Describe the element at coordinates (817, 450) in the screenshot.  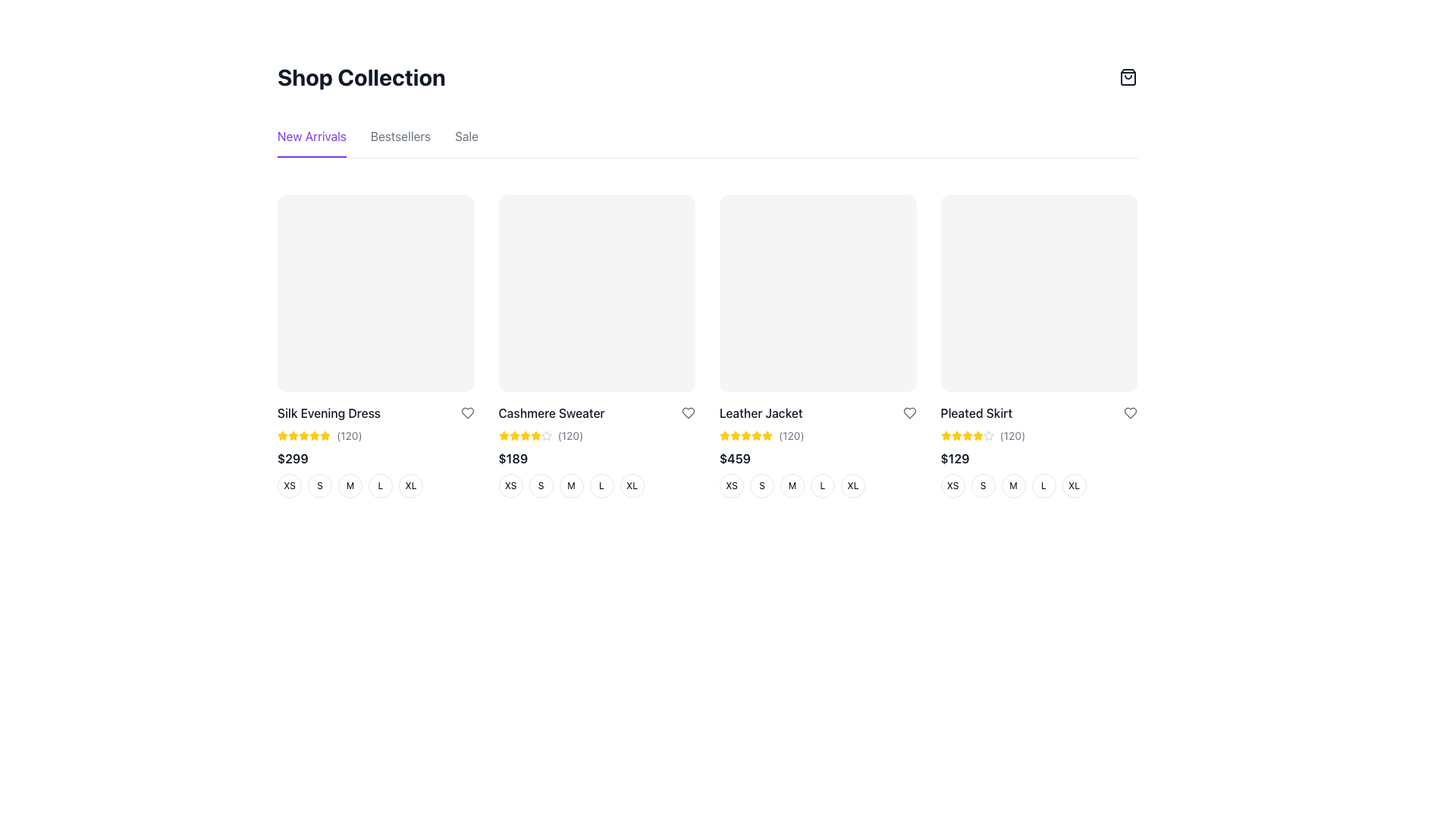
I see `the size option within the Leather Jacket product information card located in the third column of the first row of product listings in the 'New Arrivals' section` at that location.